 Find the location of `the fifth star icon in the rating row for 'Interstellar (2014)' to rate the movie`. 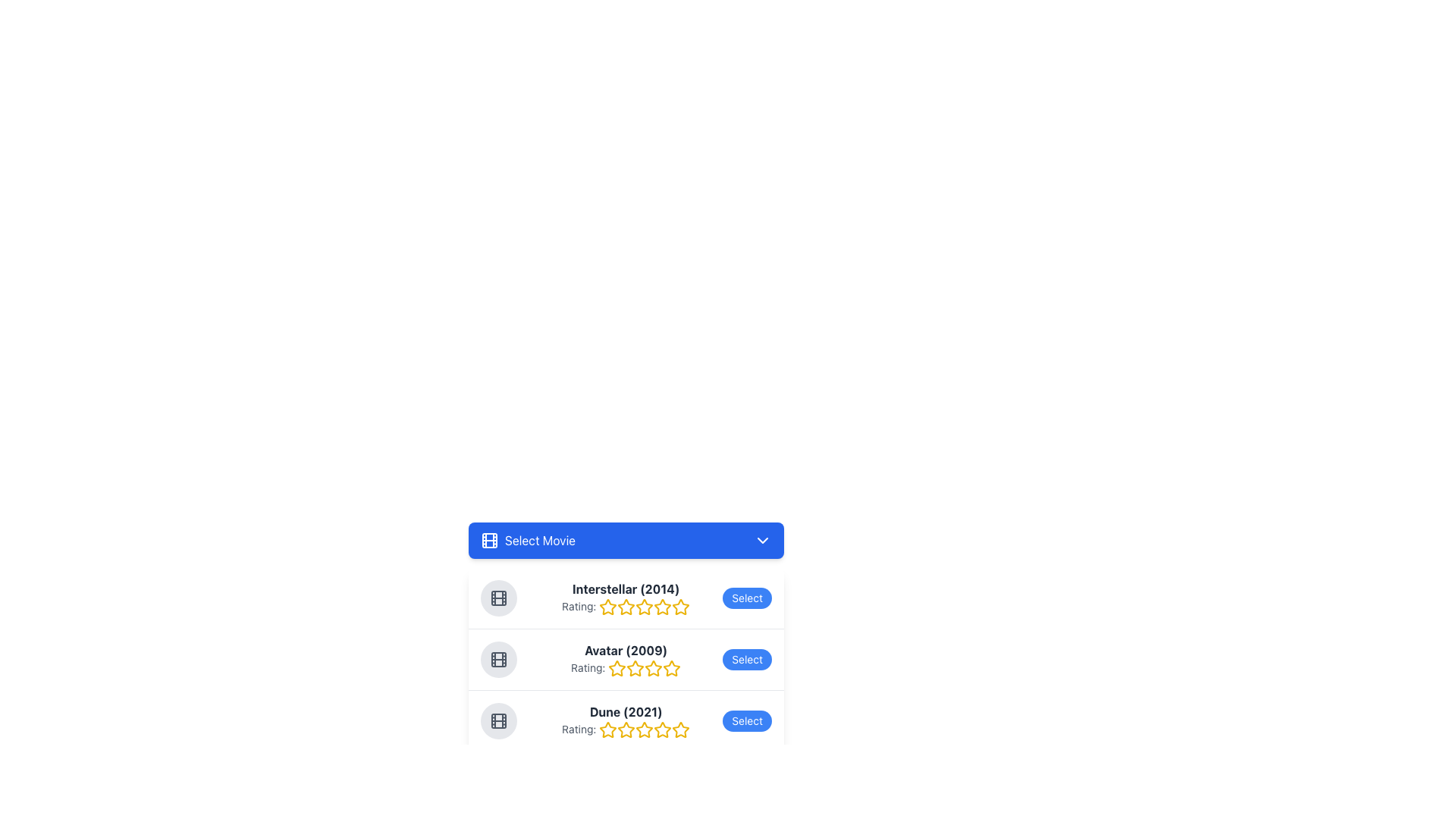

the fifth star icon in the rating row for 'Interstellar (2014)' to rate the movie is located at coordinates (645, 607).